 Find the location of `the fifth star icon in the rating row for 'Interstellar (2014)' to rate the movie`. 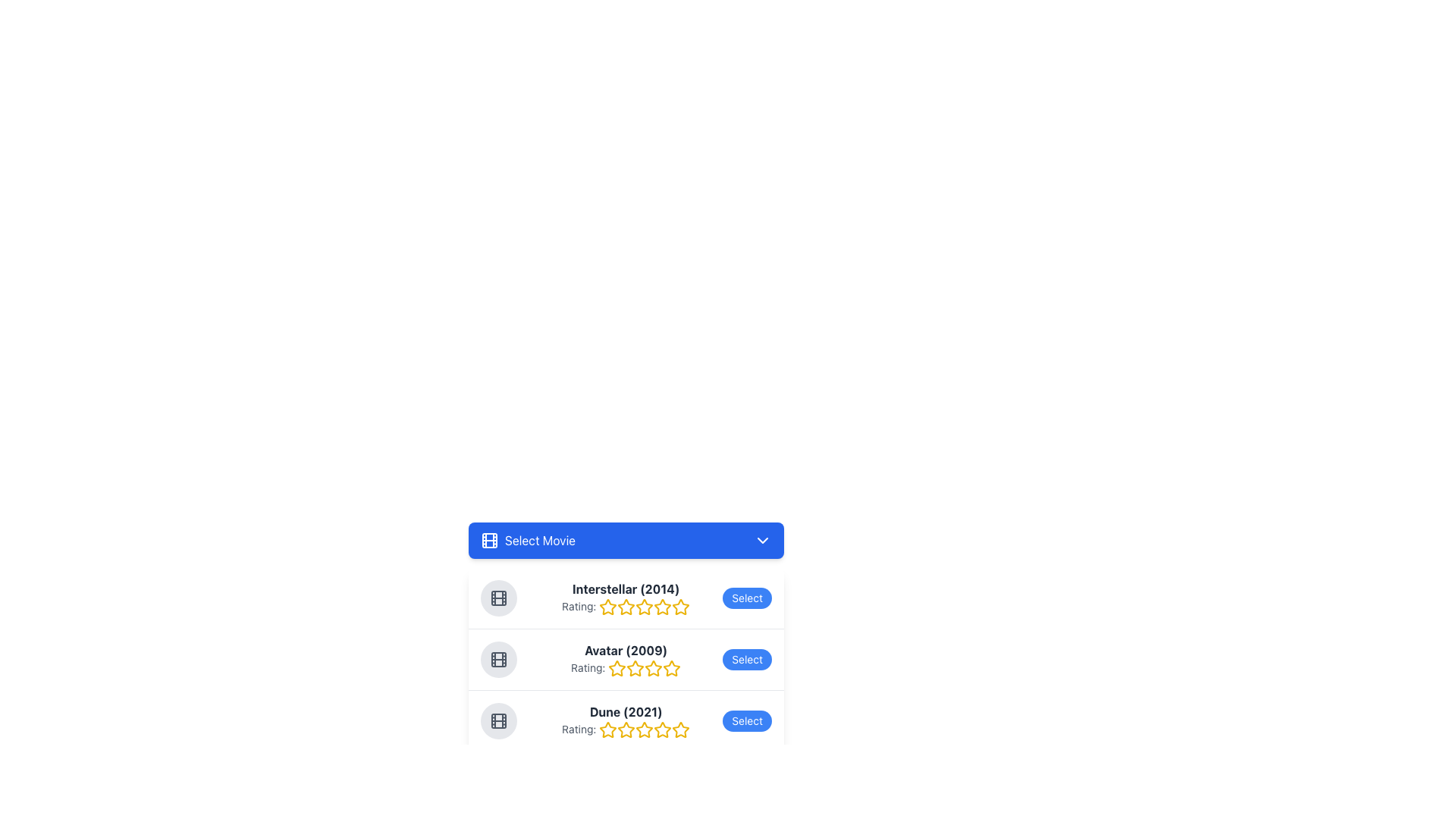

the fifth star icon in the rating row for 'Interstellar (2014)' to rate the movie is located at coordinates (645, 607).